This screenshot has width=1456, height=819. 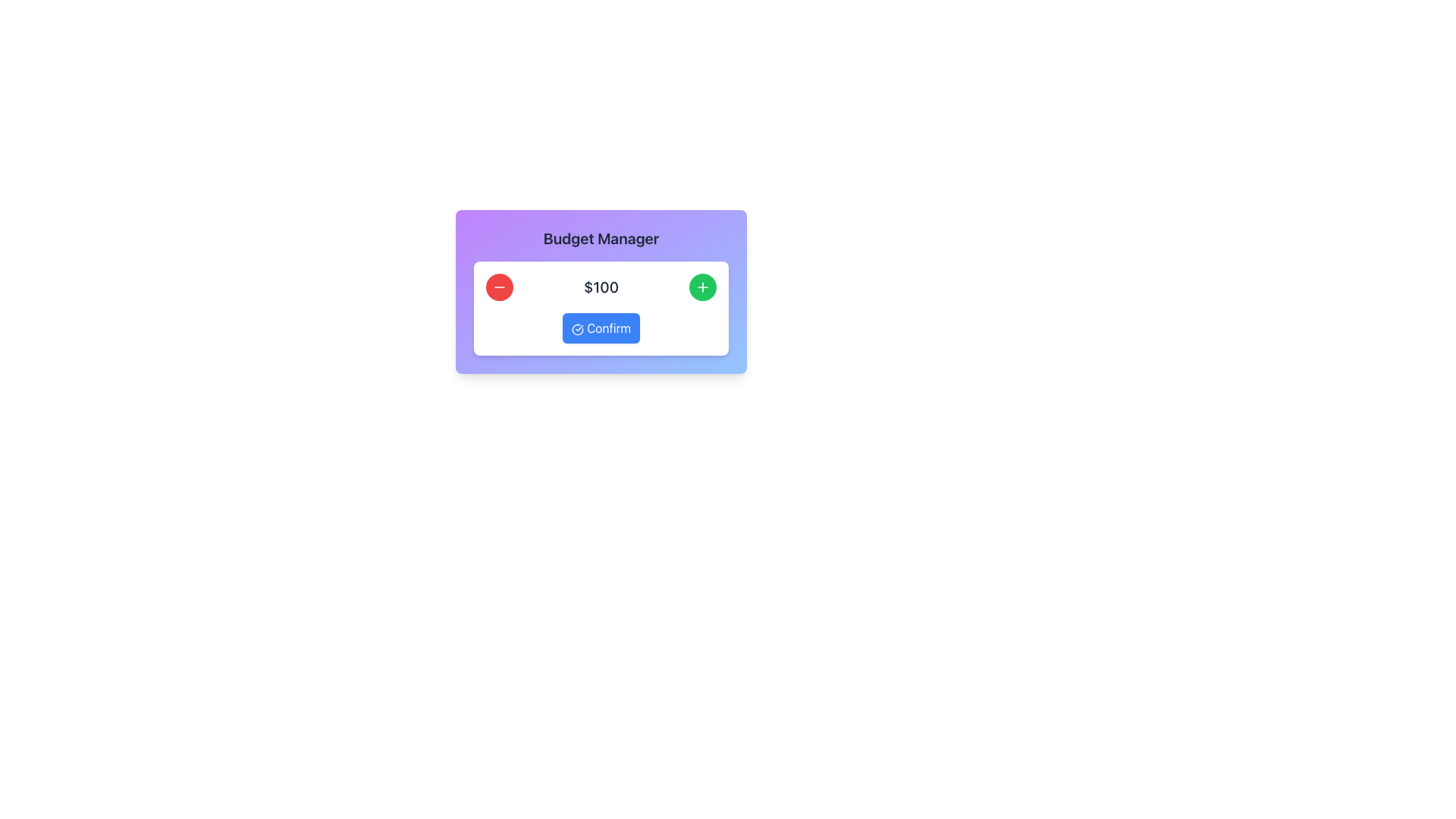 I want to click on the Text Display element that shows the current value of '$100', centrally positioned between the decrease and increase buttons, so click(x=600, y=287).